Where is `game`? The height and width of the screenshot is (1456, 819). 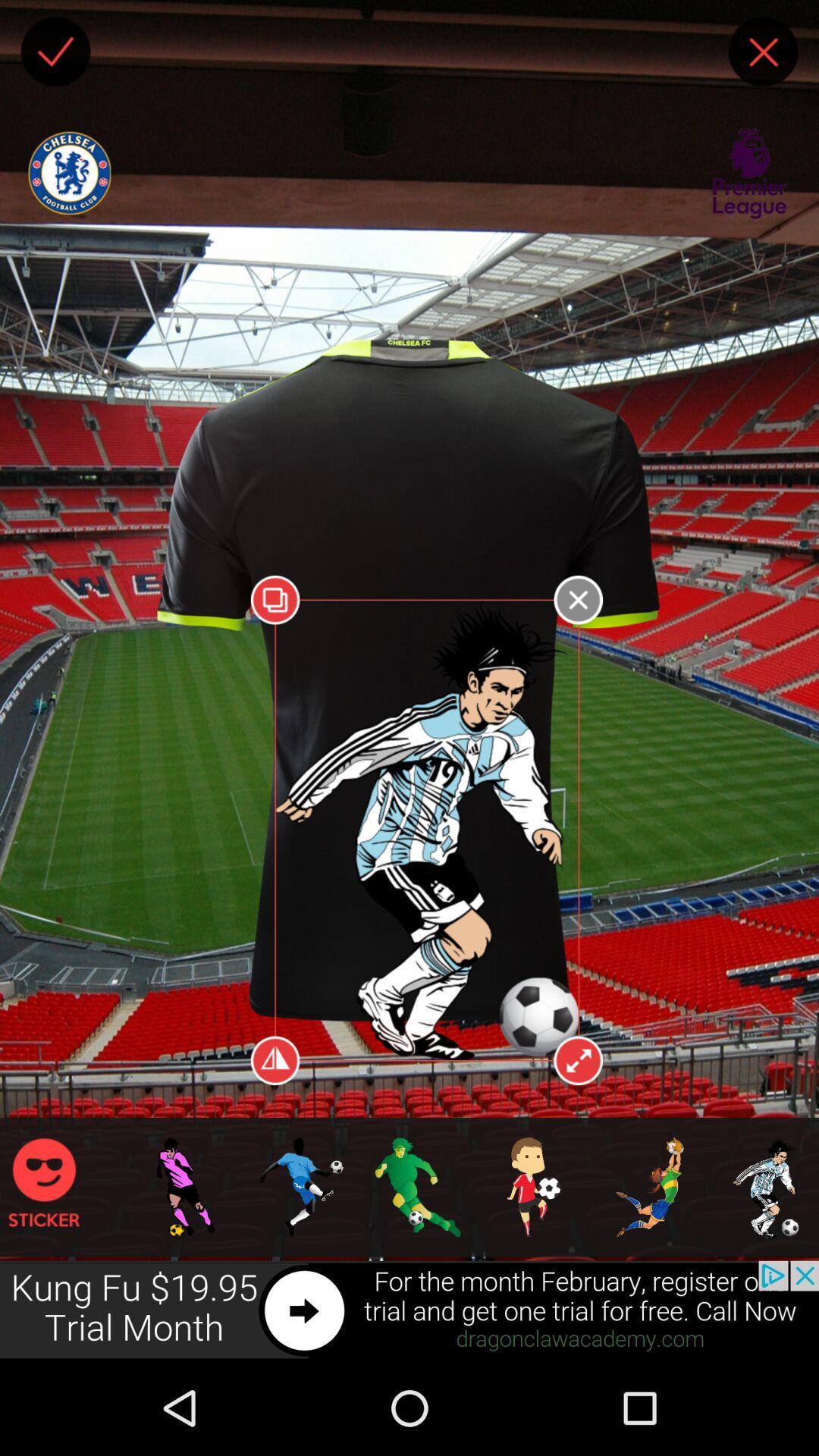 game is located at coordinates (684, 1207).